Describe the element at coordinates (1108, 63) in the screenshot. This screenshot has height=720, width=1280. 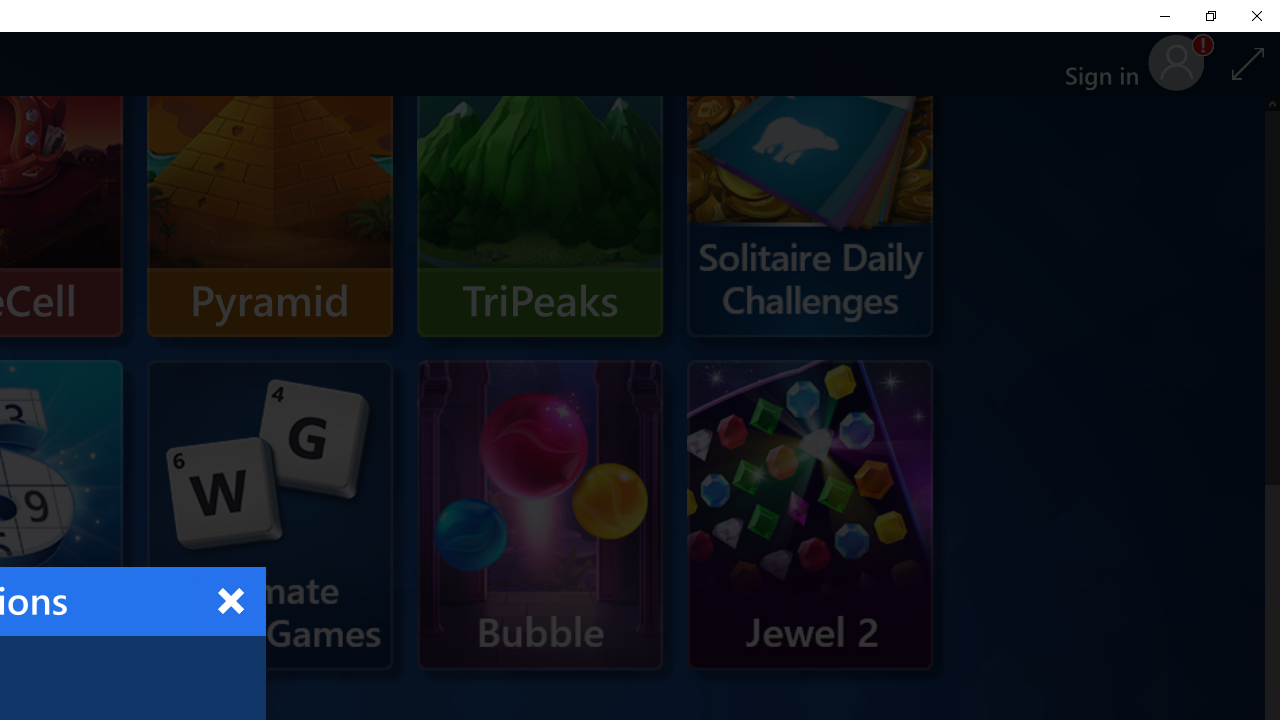
I see `'Sign in'` at that location.